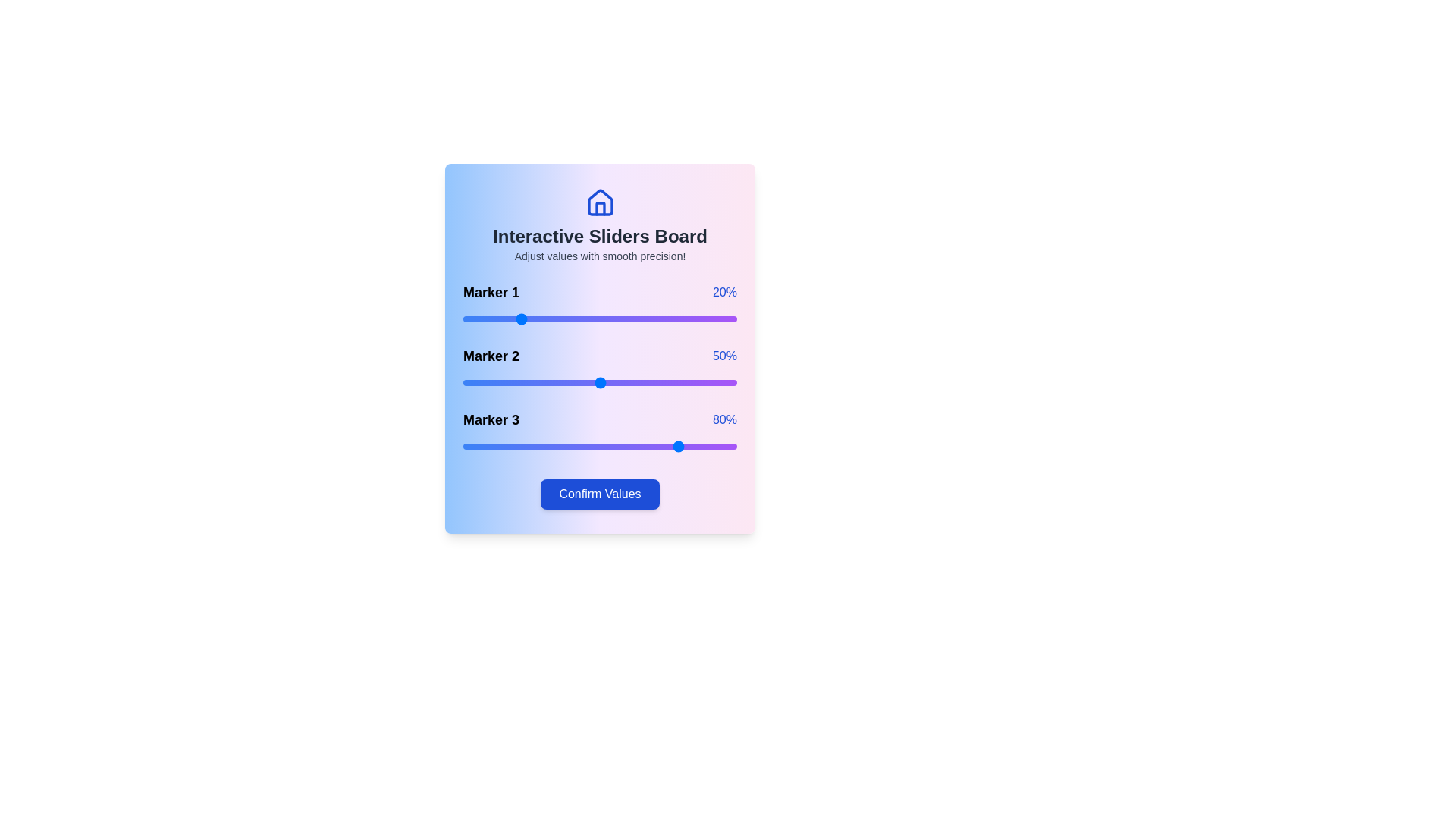  I want to click on the slider for Marker 1 to 31%, so click(547, 318).